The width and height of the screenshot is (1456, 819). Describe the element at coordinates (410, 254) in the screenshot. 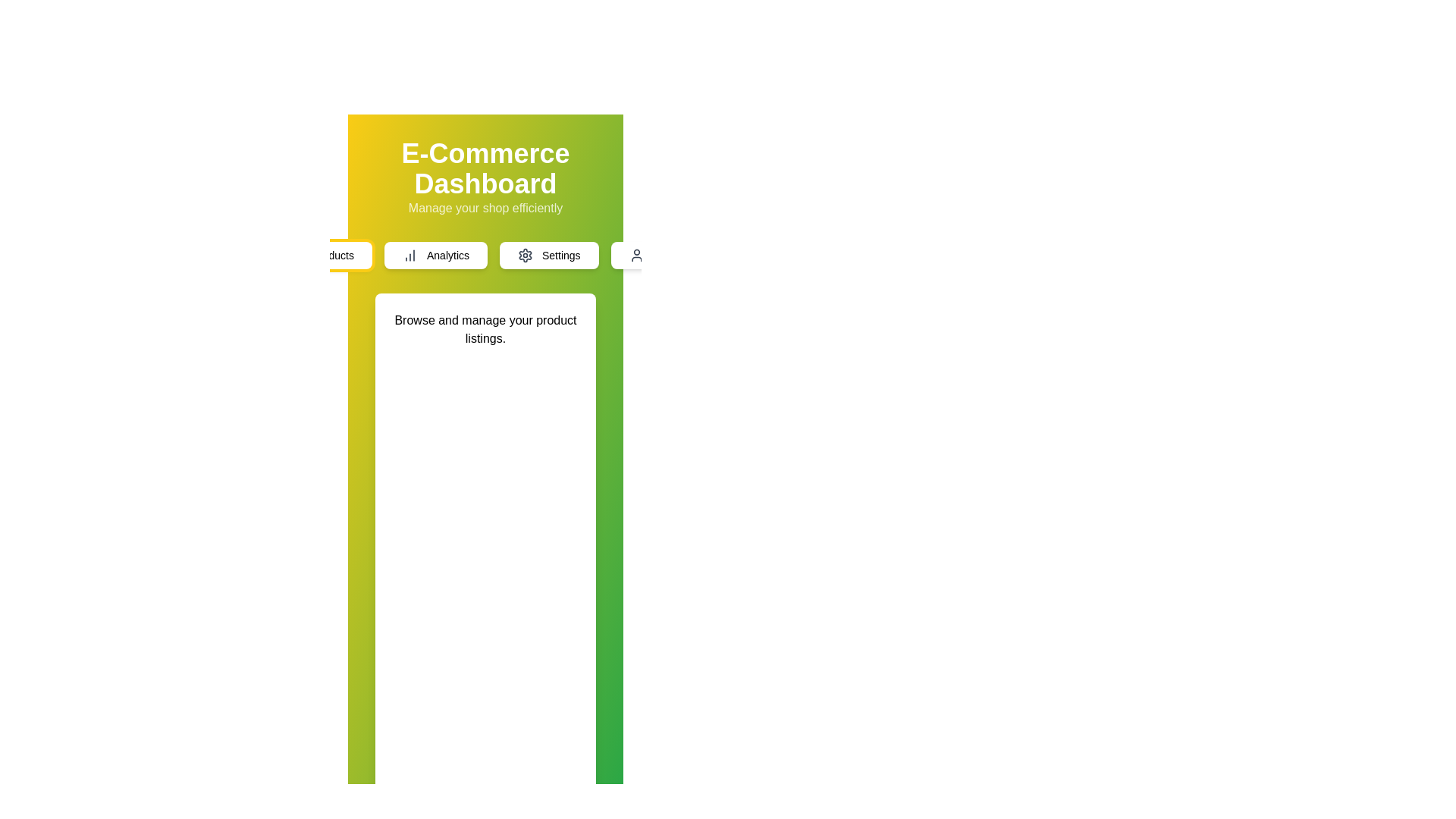

I see `the small icon resembling a column chart within the 'Analytics' button in the top navigation bar of the 'E-Commerce Dashboard'` at that location.